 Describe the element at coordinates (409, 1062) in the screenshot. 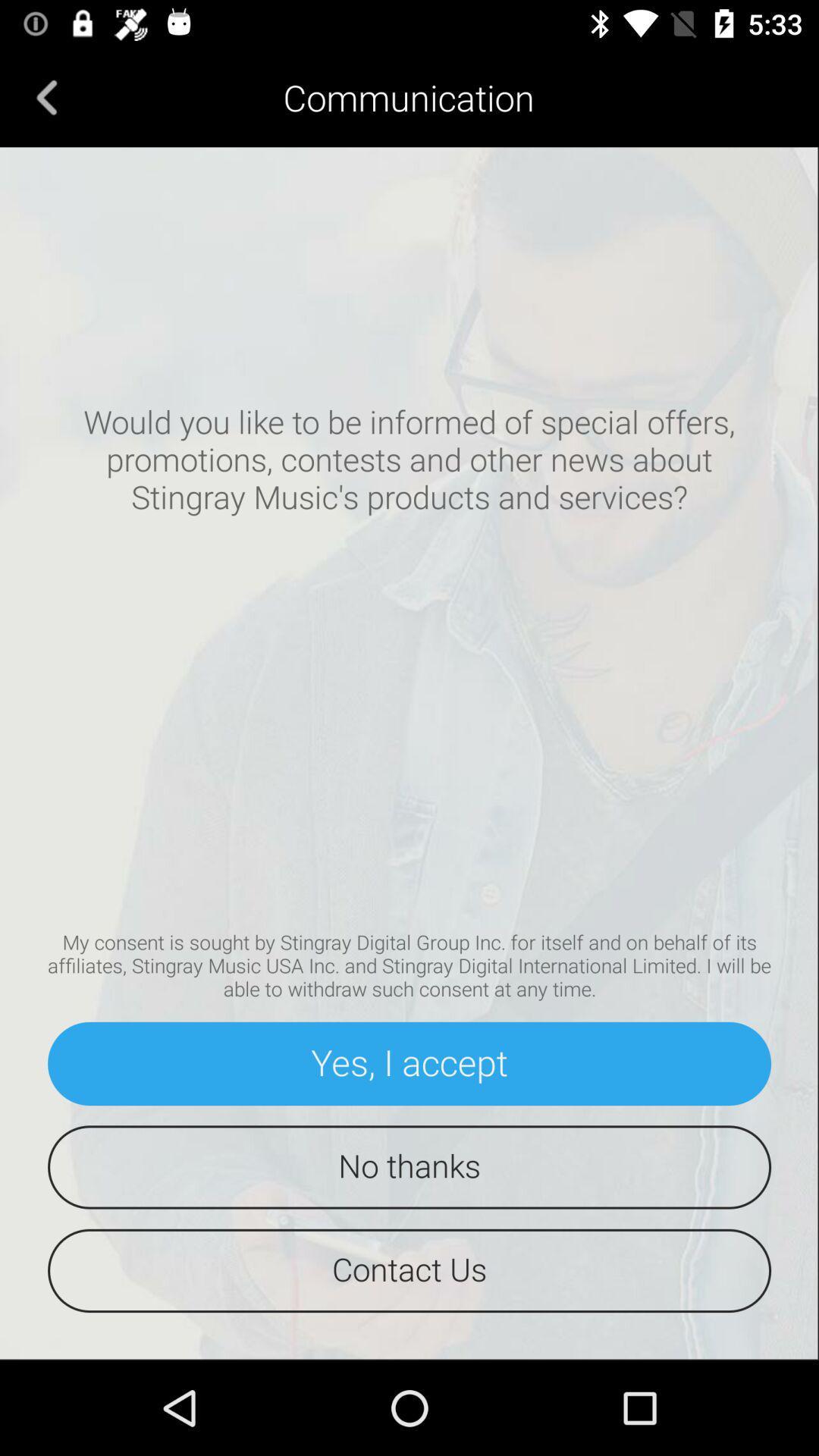

I see `icon above the no thanks icon` at that location.